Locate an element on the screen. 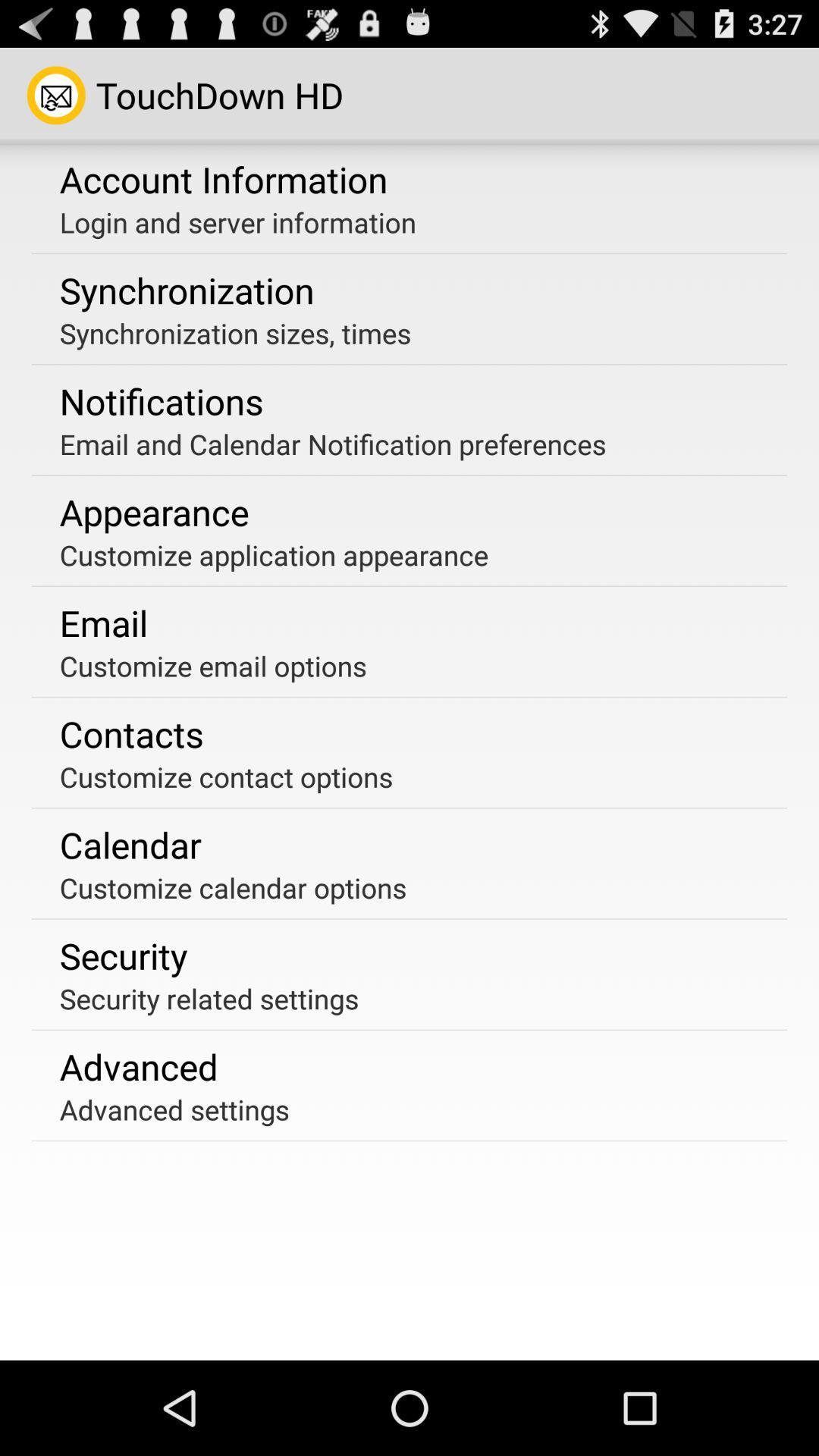 The width and height of the screenshot is (819, 1456). the advanced settings item is located at coordinates (174, 1109).